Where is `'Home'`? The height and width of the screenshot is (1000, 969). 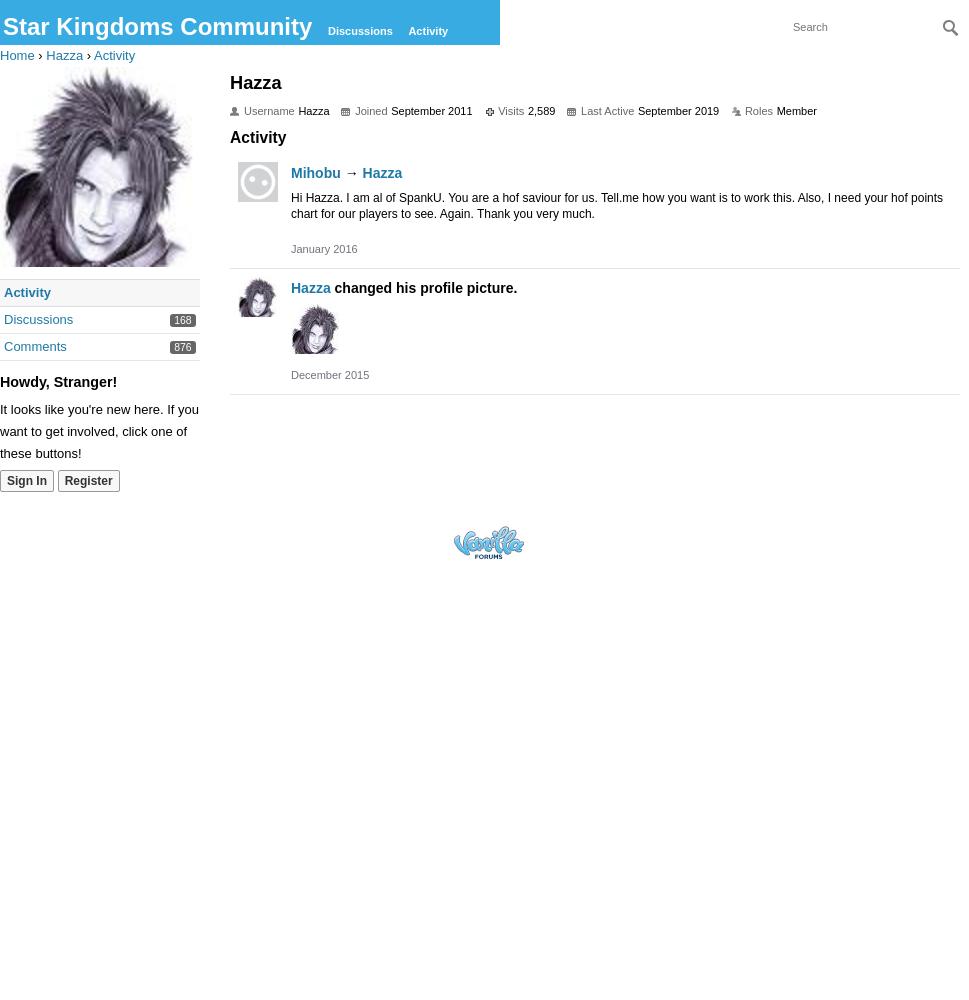
'Home' is located at coordinates (16, 55).